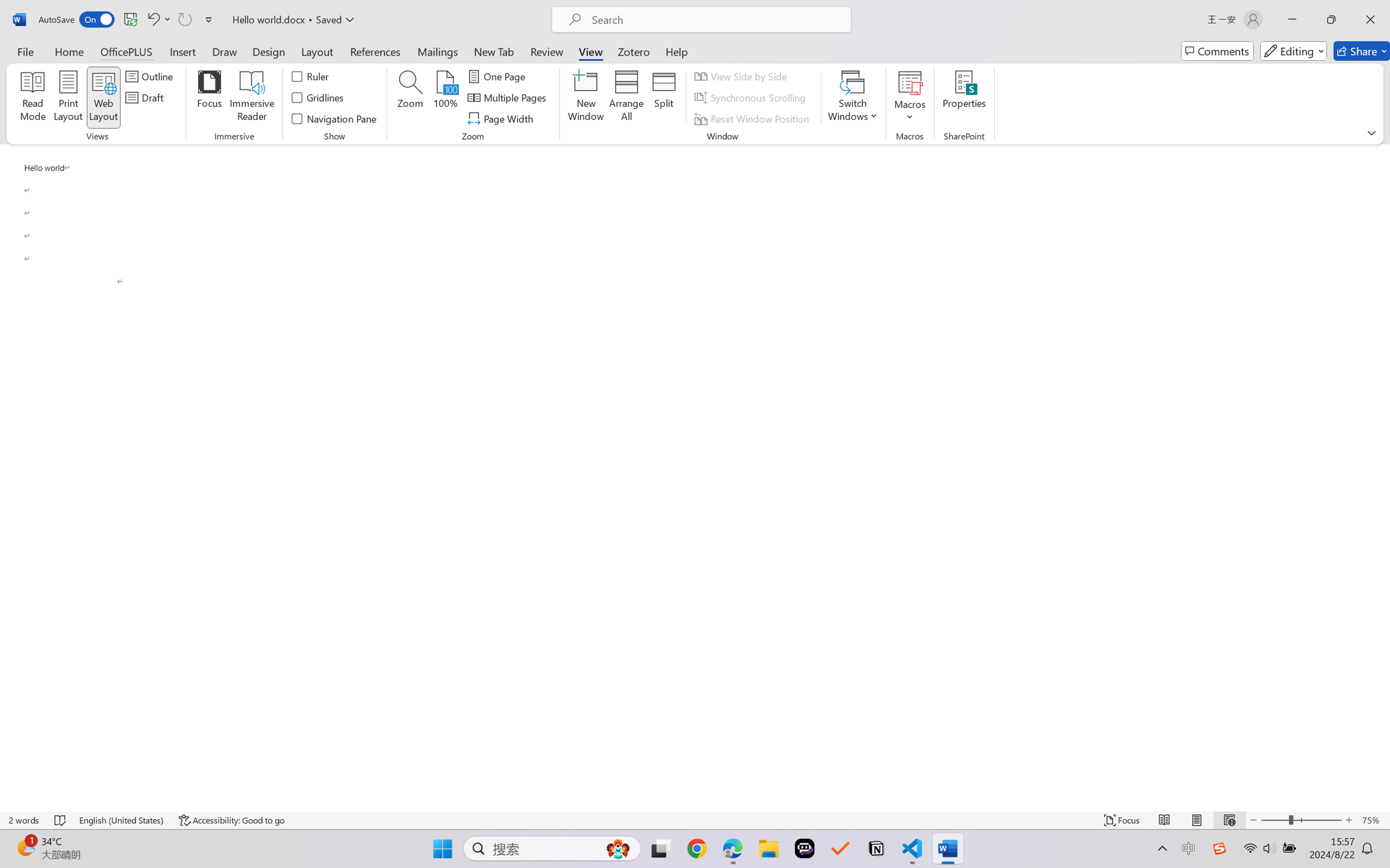 This screenshot has height=868, width=1390. I want to click on 'Ruler', so click(310, 75).